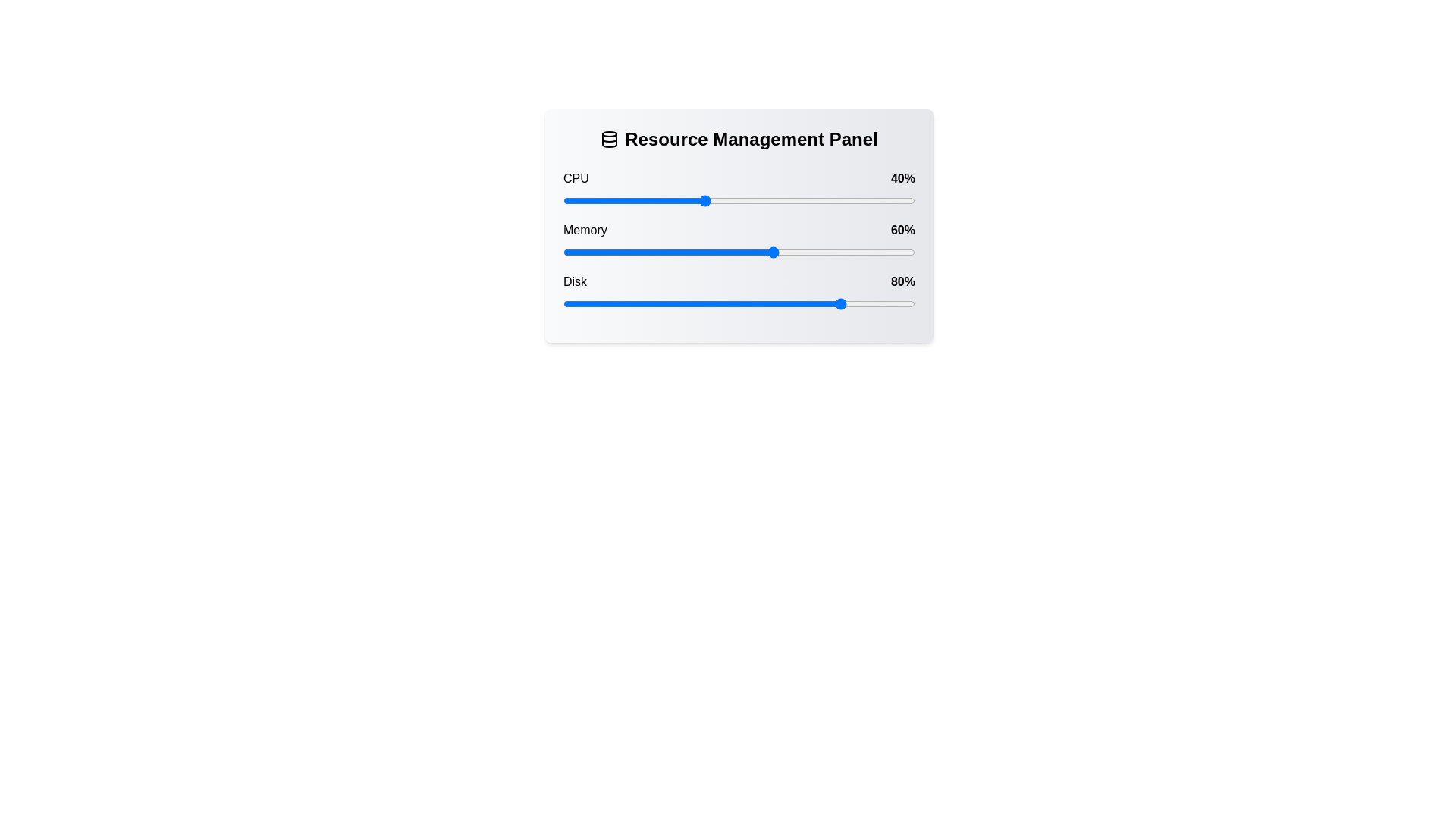 The width and height of the screenshot is (1456, 819). What do you see at coordinates (658, 304) in the screenshot?
I see `the Disk slider to set its value to 27%` at bounding box center [658, 304].